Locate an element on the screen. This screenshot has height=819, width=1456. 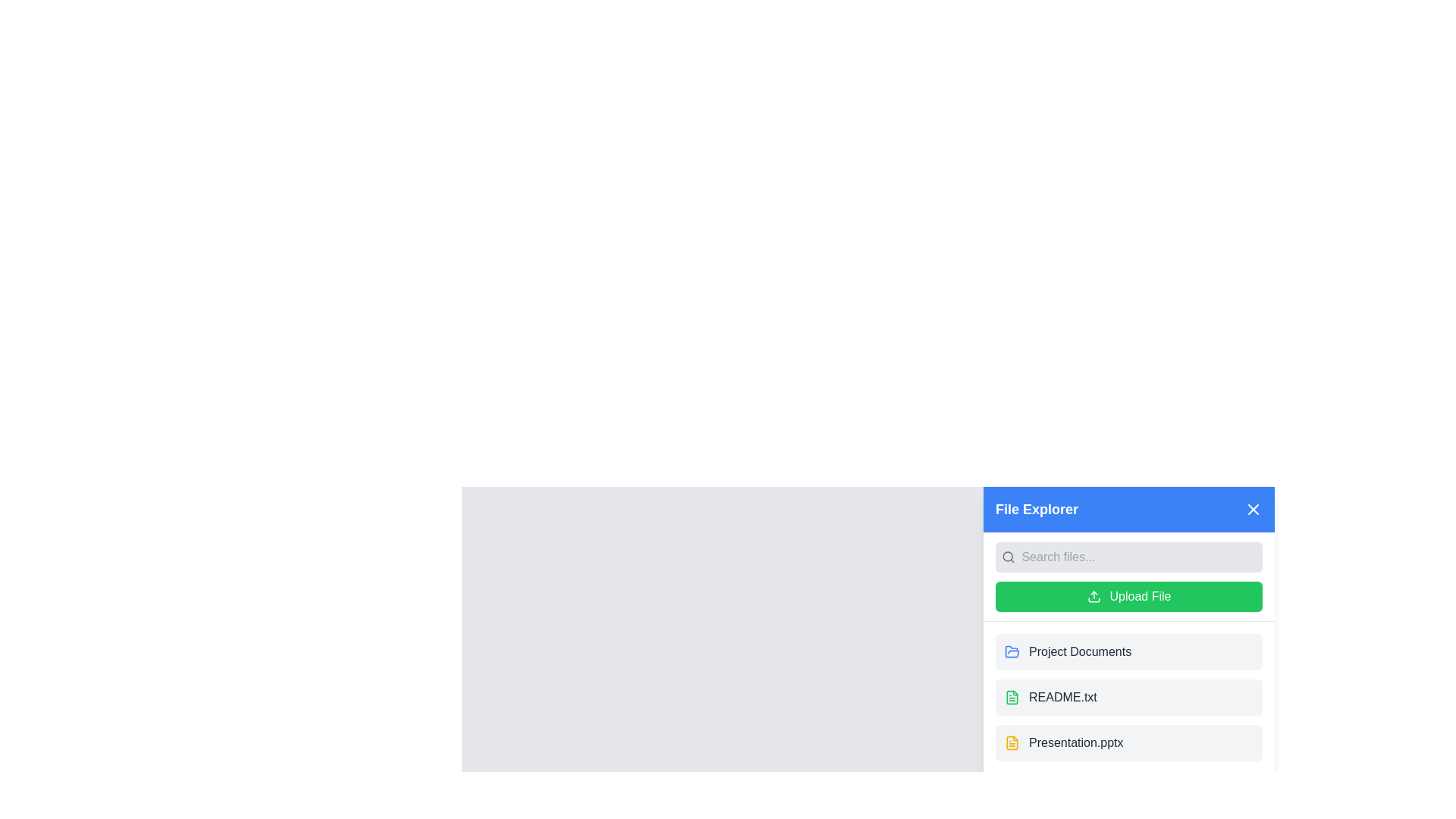
the text label 'Presentation.pptx' in the File Explorer panel is located at coordinates (1075, 742).